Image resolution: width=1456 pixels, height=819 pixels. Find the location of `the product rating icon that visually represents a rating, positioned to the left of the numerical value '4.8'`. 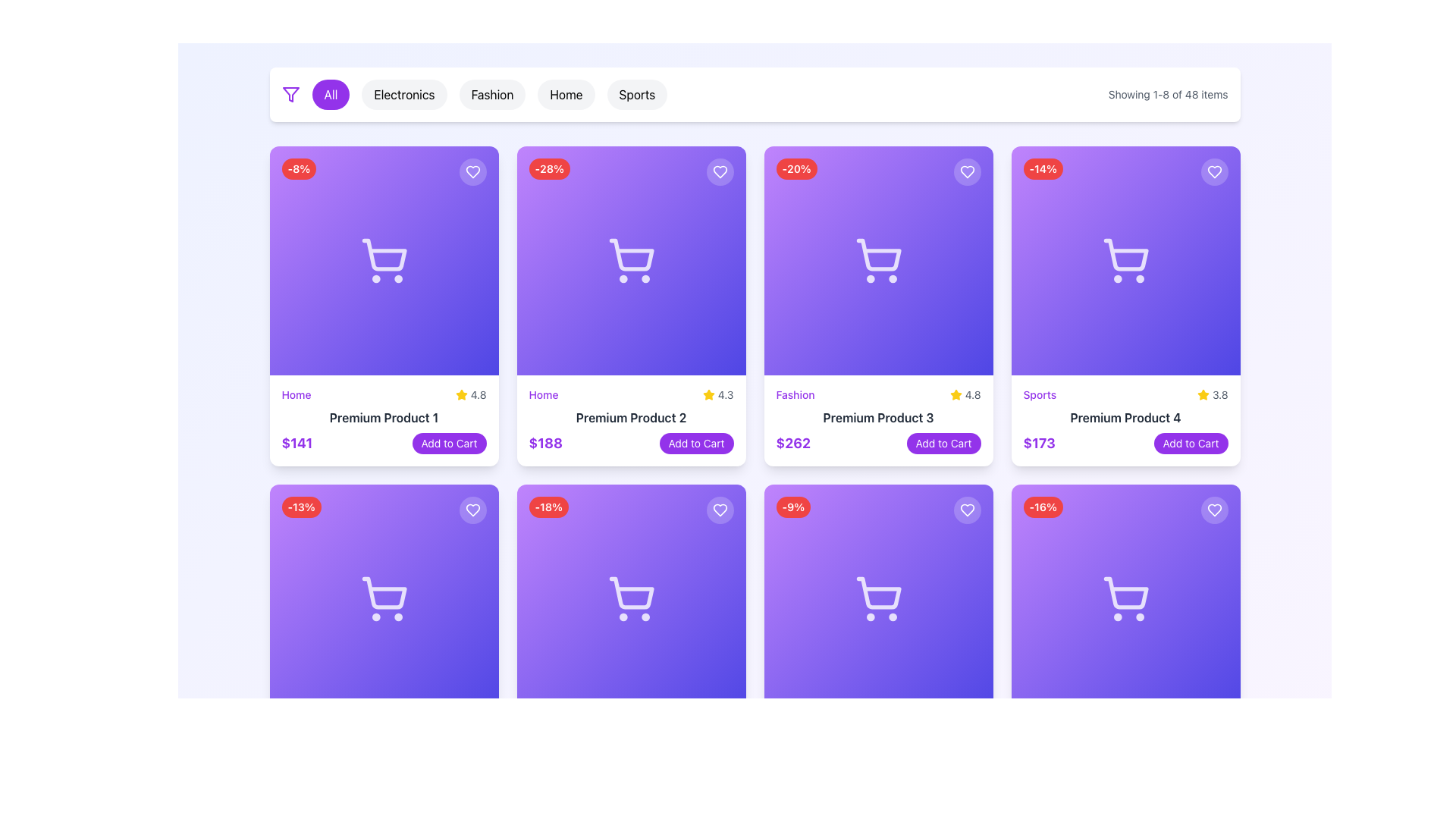

the product rating icon that visually represents a rating, positioned to the left of the numerical value '4.8' is located at coordinates (955, 394).